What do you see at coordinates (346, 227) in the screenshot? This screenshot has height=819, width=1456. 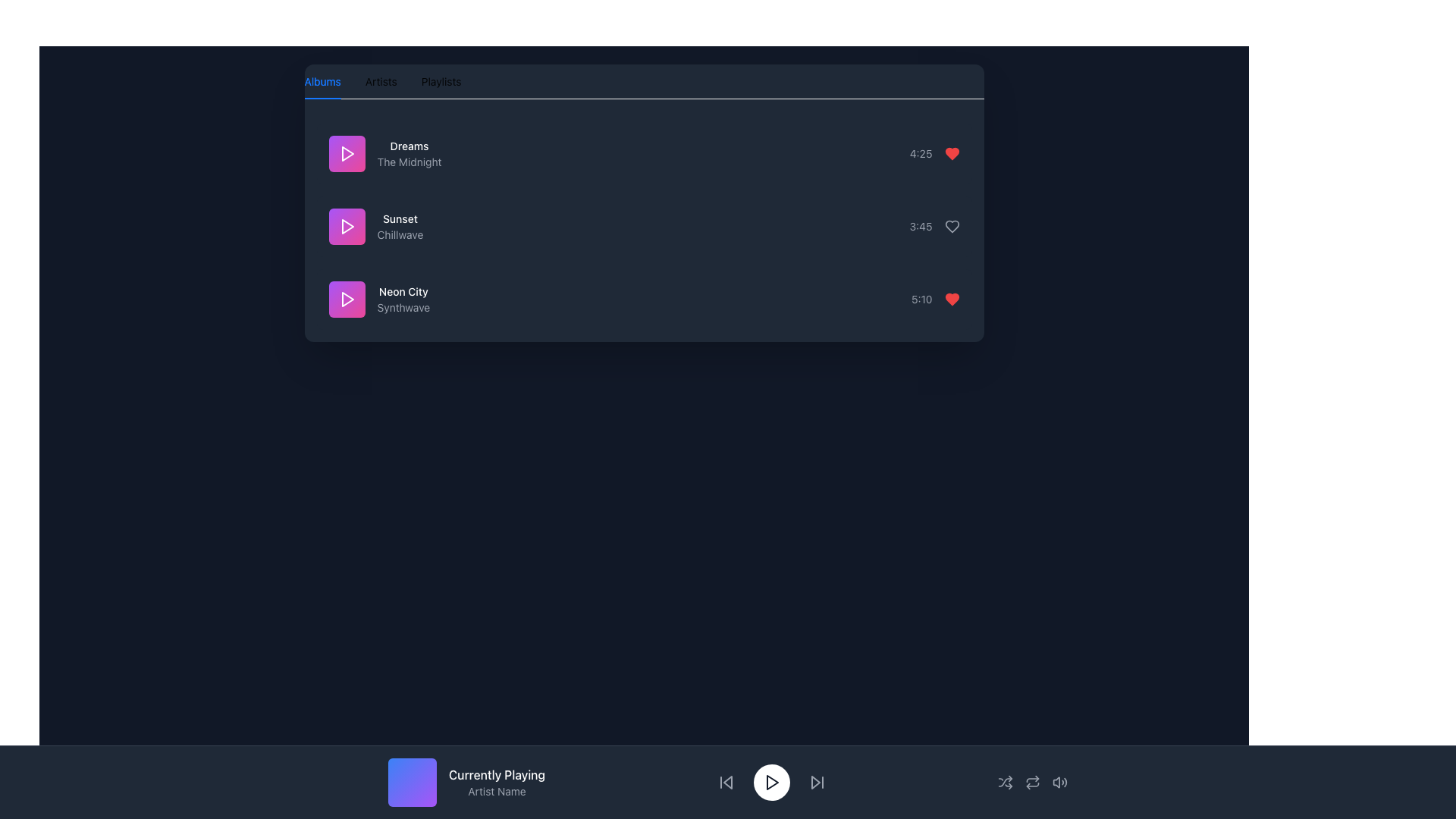 I see `the triangular 'Play' icon with a white color and gradient purple-pink background, located in the second item of the vertically arranged list to play the associated media item` at bounding box center [346, 227].